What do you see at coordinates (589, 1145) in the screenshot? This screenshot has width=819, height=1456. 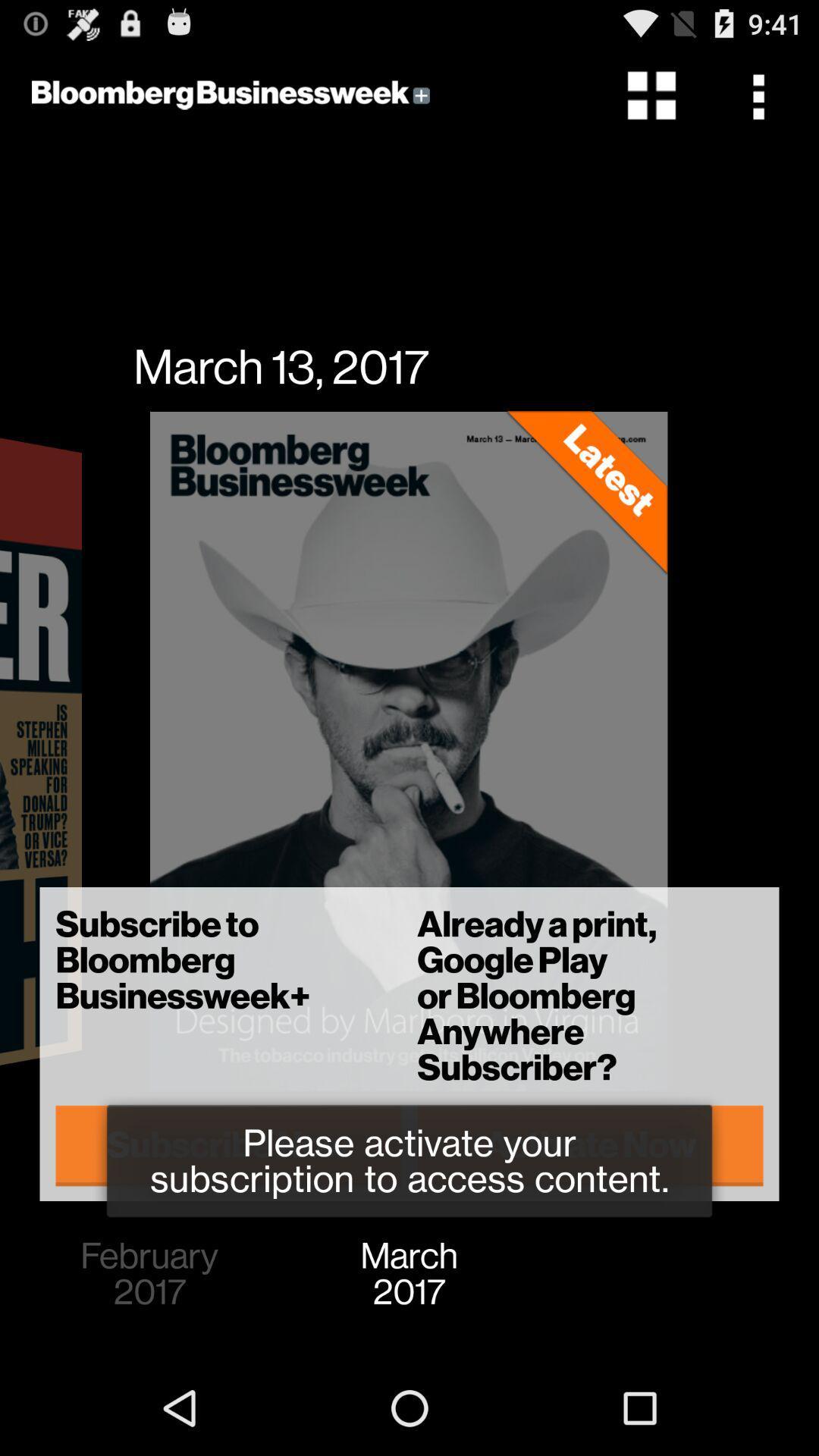 I see `the item to the right of the subscribe to bloomberg` at bounding box center [589, 1145].